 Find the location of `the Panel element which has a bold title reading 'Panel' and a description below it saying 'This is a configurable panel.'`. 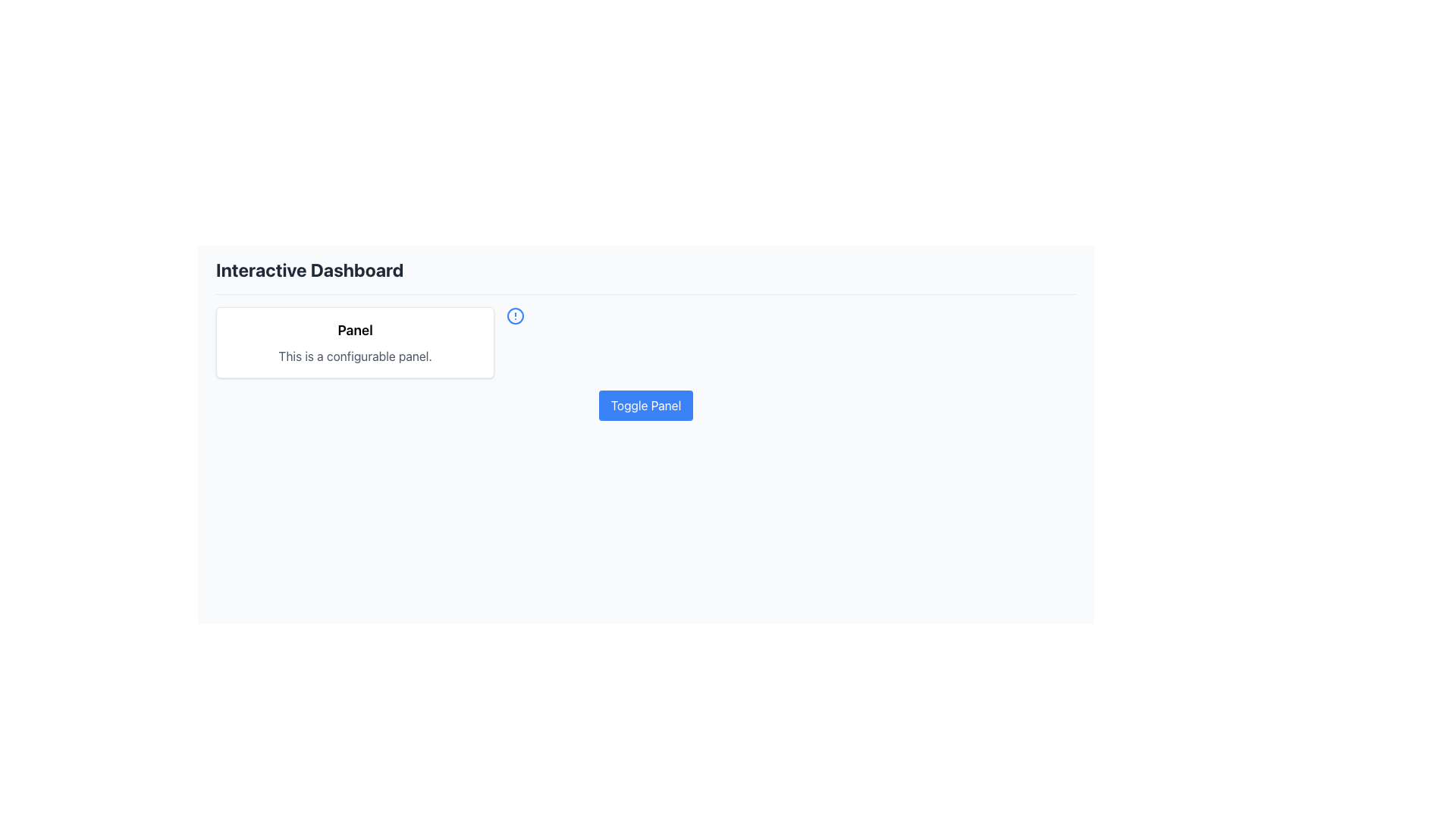

the Panel element which has a bold title reading 'Panel' and a description below it saying 'This is a configurable panel.' is located at coordinates (354, 342).